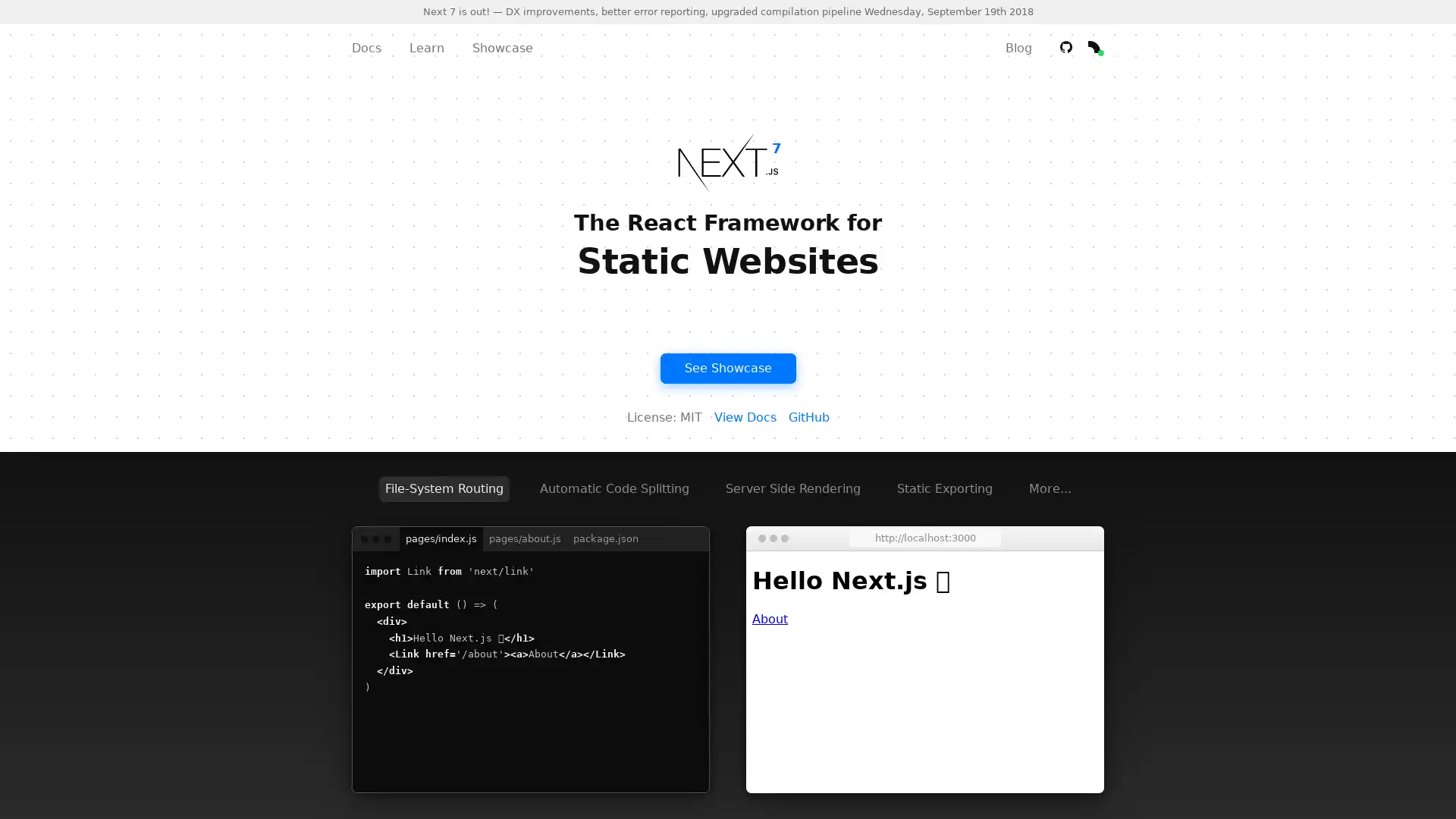  I want to click on See Showcase, so click(726, 368).